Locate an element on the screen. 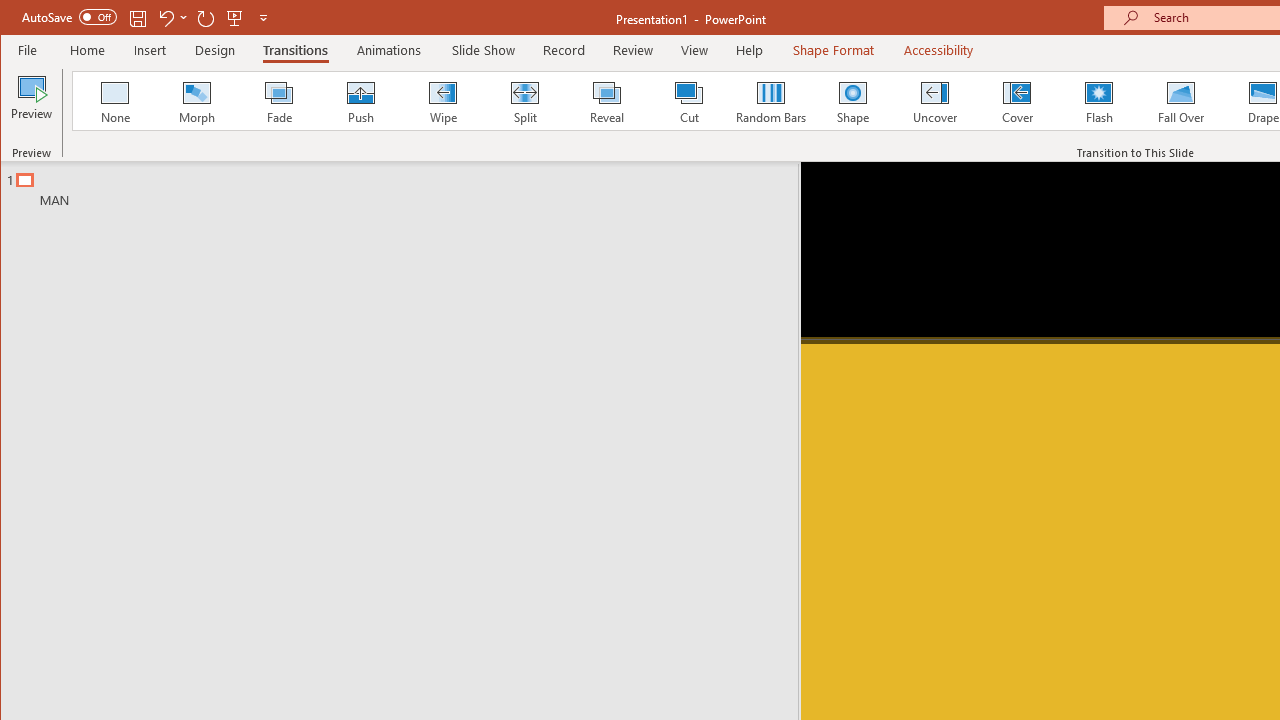  'Push' is located at coordinates (360, 100).